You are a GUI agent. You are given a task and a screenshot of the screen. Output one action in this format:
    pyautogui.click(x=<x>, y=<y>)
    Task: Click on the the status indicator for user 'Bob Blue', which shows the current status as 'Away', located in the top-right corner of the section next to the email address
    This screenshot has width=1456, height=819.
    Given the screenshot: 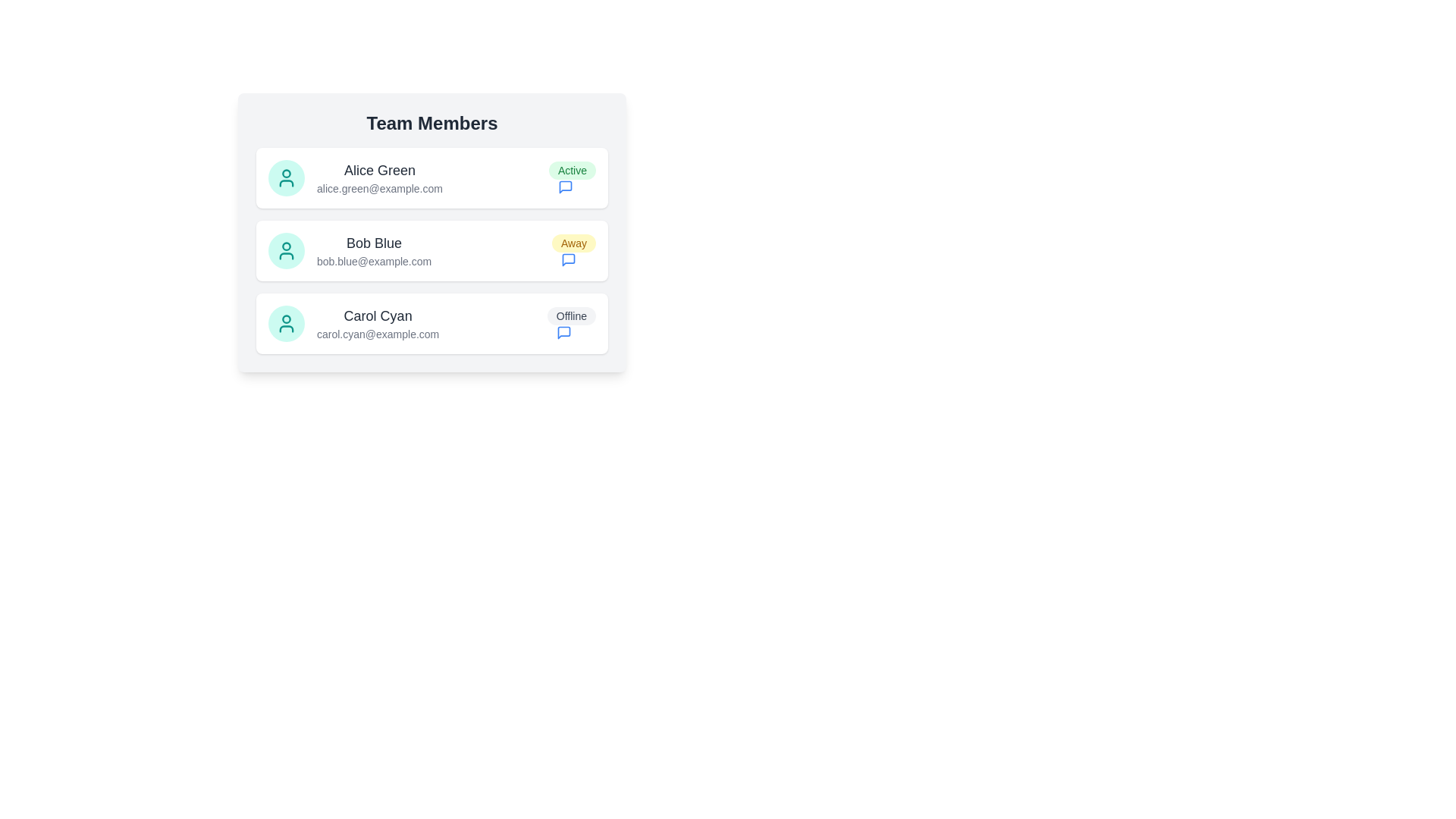 What is the action you would take?
    pyautogui.click(x=573, y=250)
    